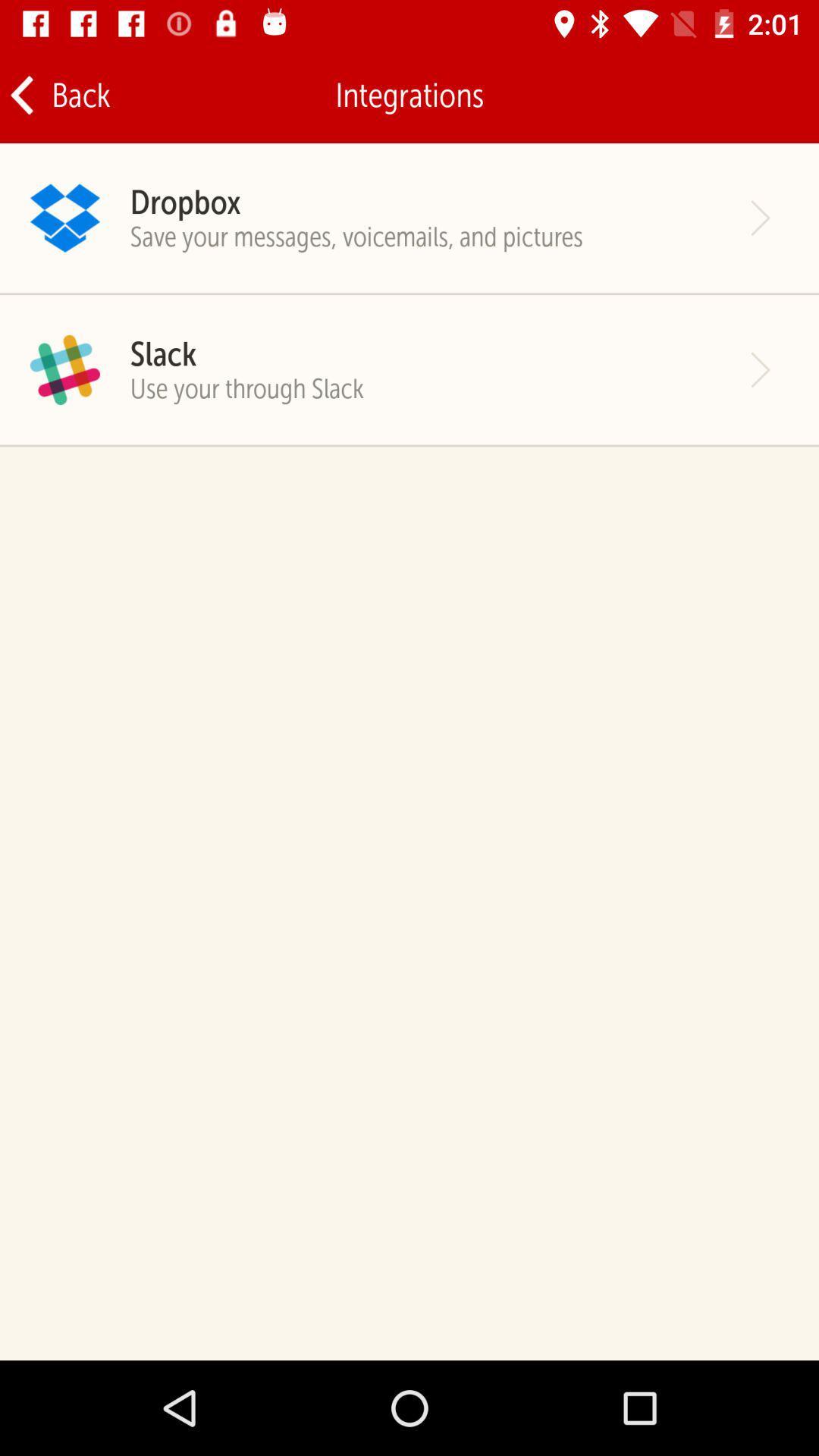  Describe the element at coordinates (184, 201) in the screenshot. I see `item above save your messages icon` at that location.